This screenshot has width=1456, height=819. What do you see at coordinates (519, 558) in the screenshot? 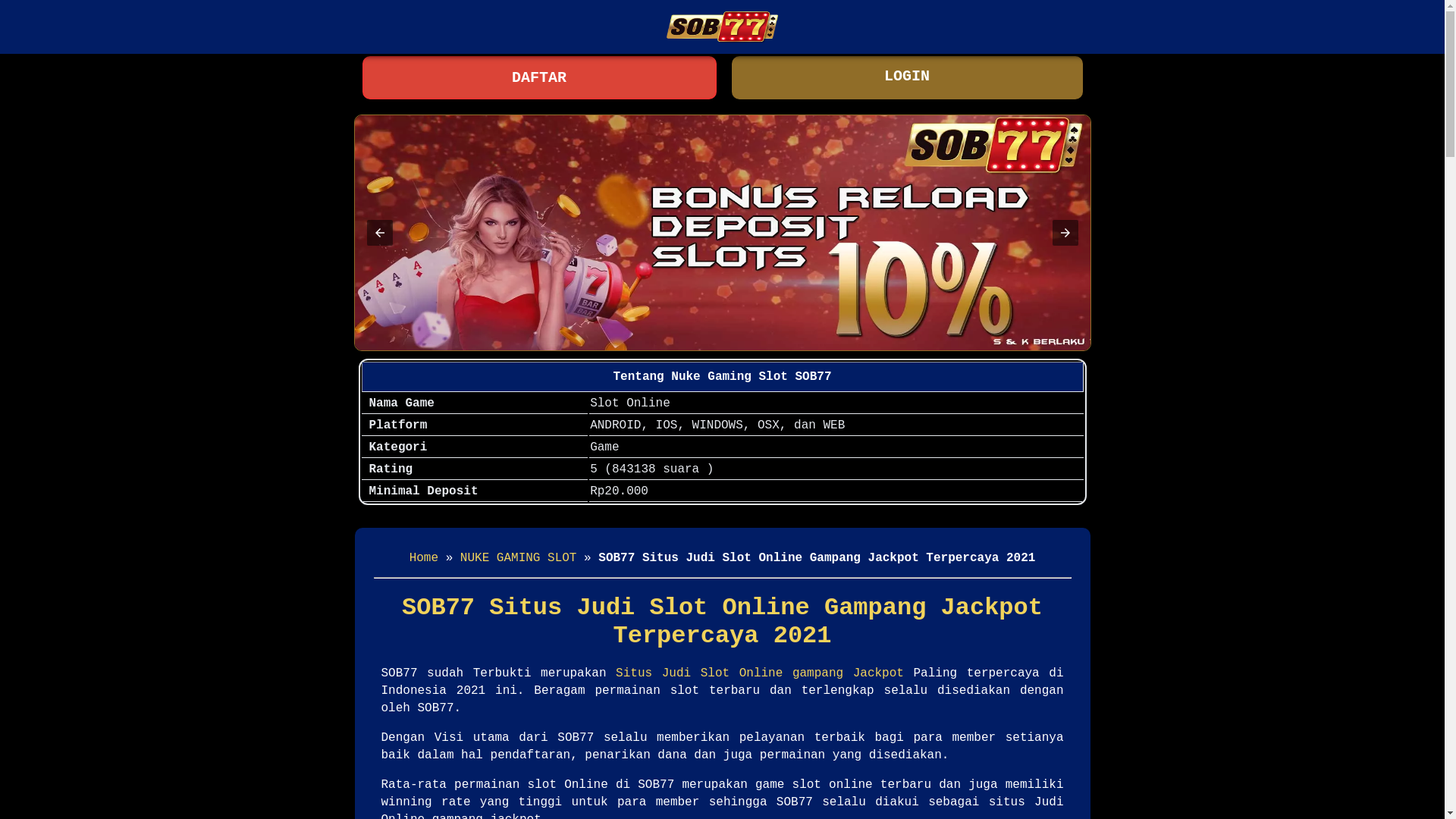
I see `'NUKE GAMING SLOT'` at bounding box center [519, 558].